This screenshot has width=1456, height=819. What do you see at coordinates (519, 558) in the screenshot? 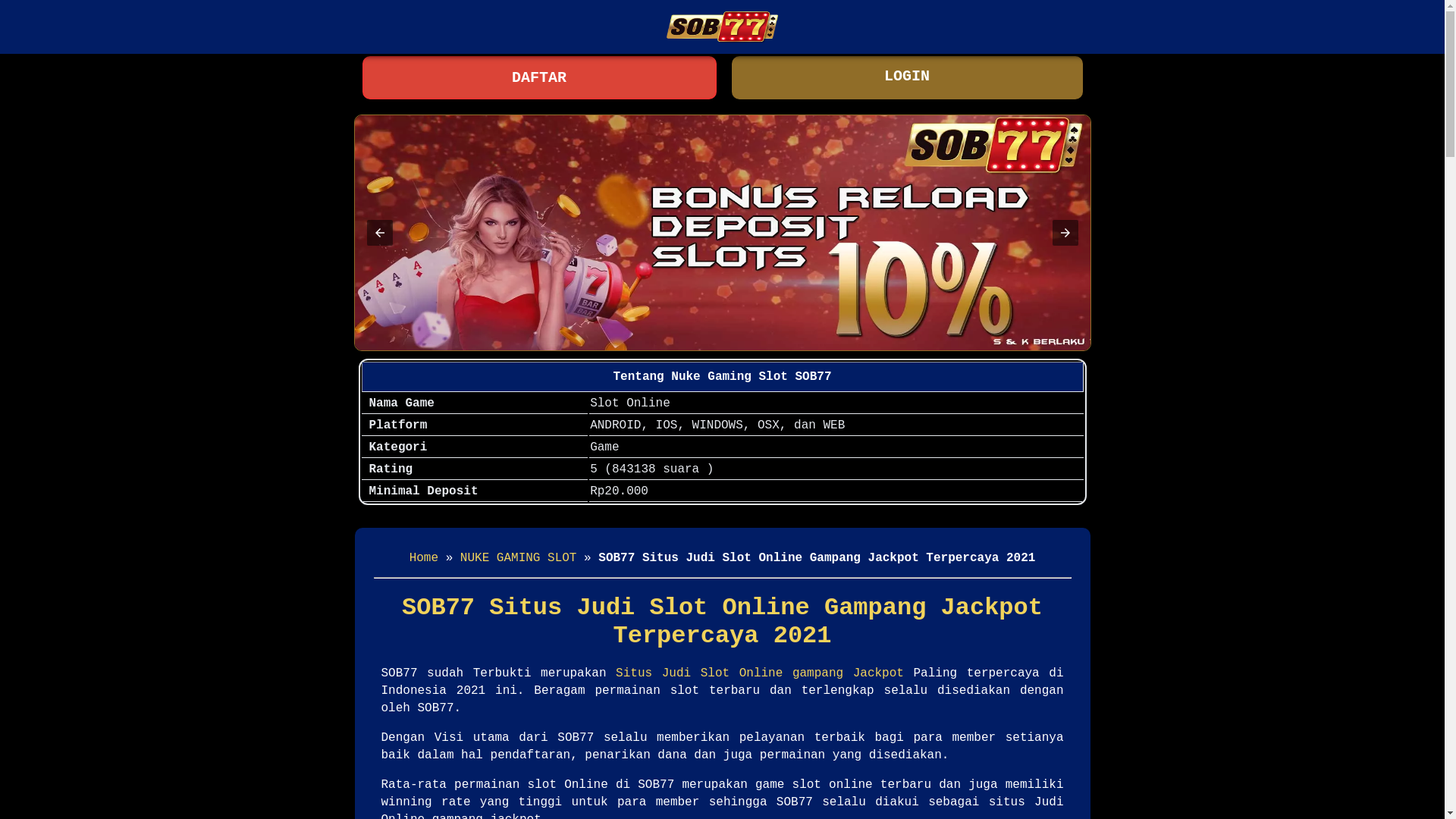
I see `'NUKE GAMING SLOT'` at bounding box center [519, 558].